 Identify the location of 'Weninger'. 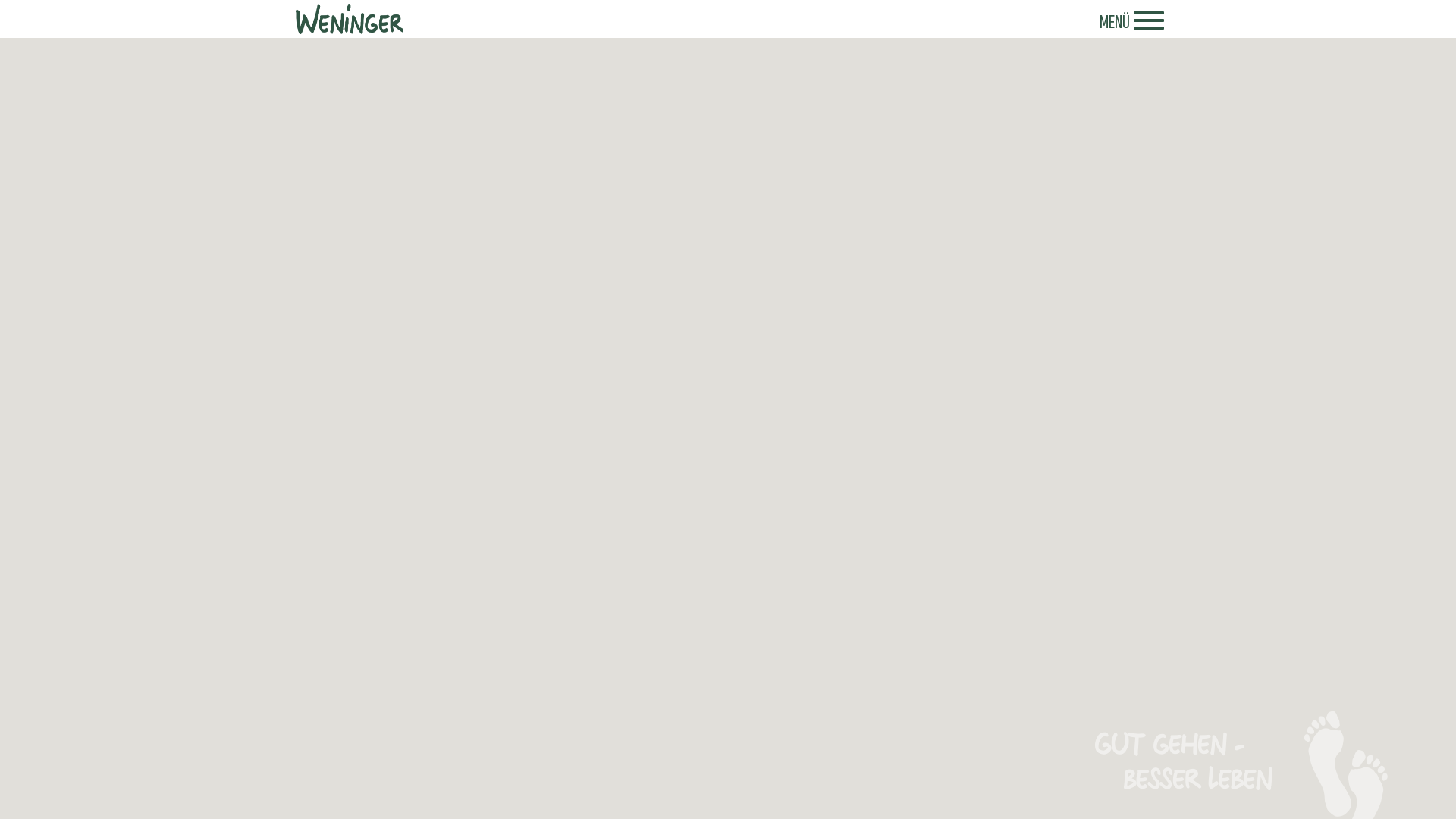
(348, 15).